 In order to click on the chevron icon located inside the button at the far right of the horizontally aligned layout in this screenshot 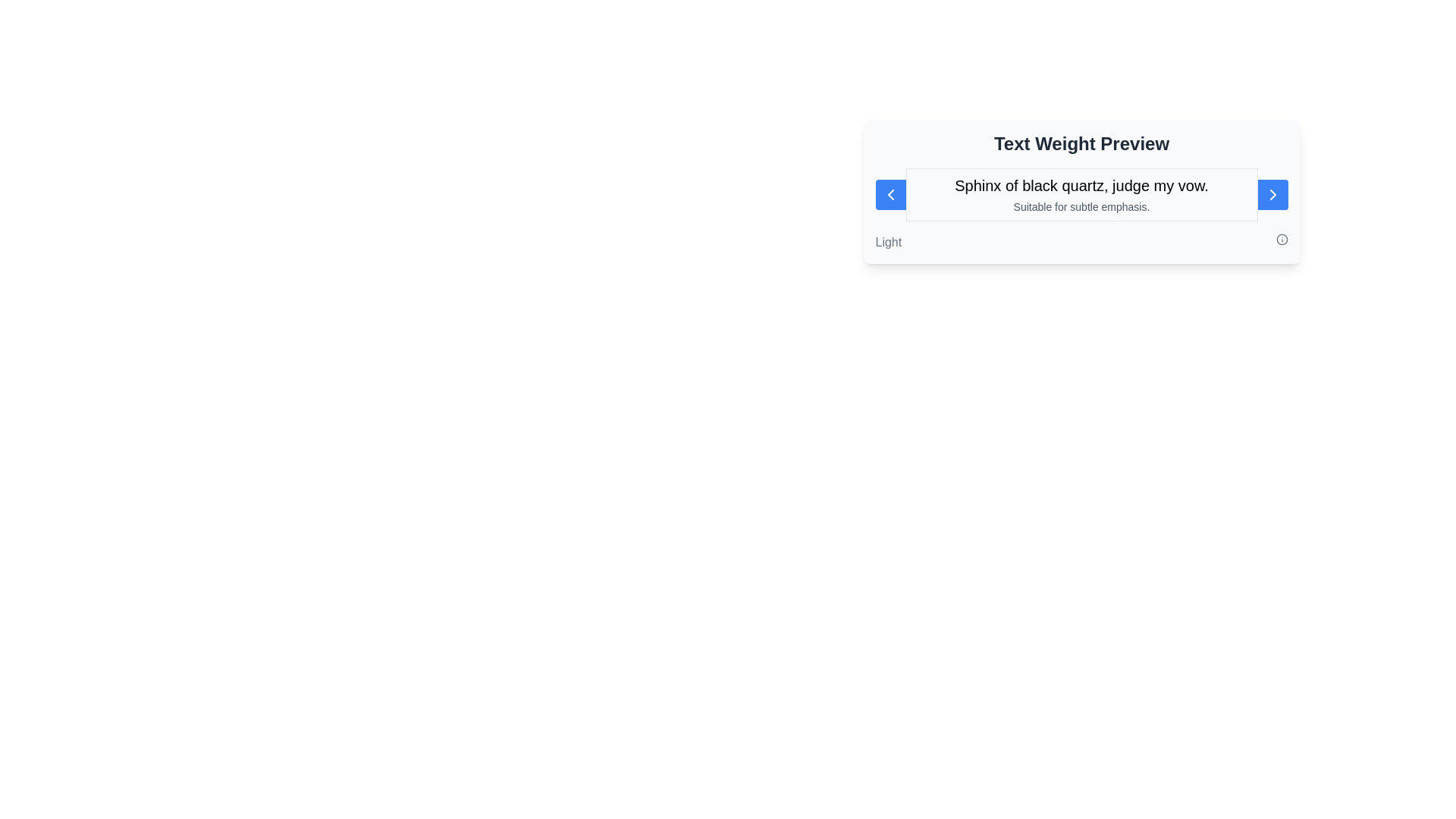, I will do `click(1272, 194)`.